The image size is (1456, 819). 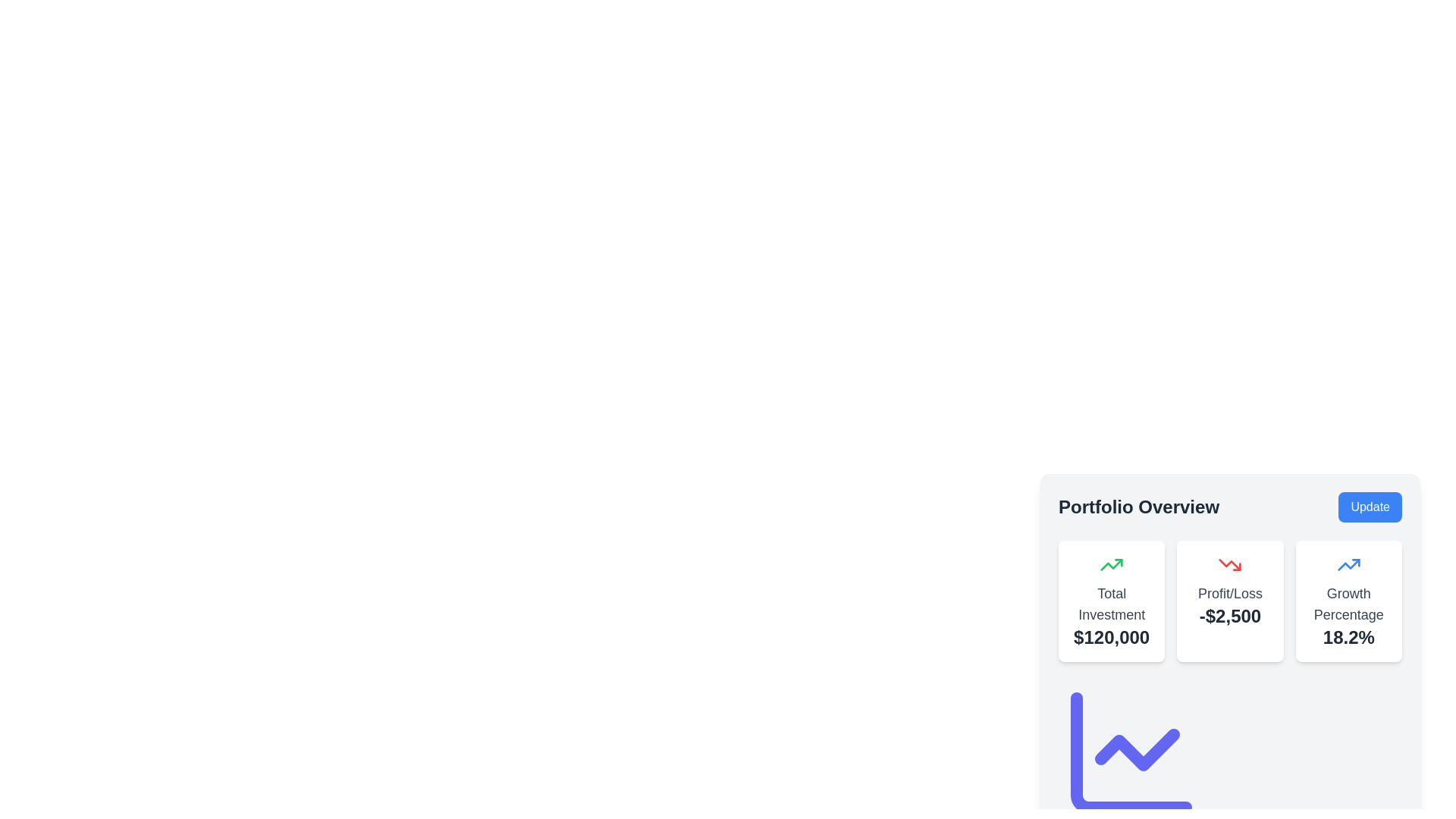 I want to click on the negative performance icon representing loss in the 'Profit/Loss' metric, located in the center tile above the text '-$2,500', so click(x=1230, y=564).